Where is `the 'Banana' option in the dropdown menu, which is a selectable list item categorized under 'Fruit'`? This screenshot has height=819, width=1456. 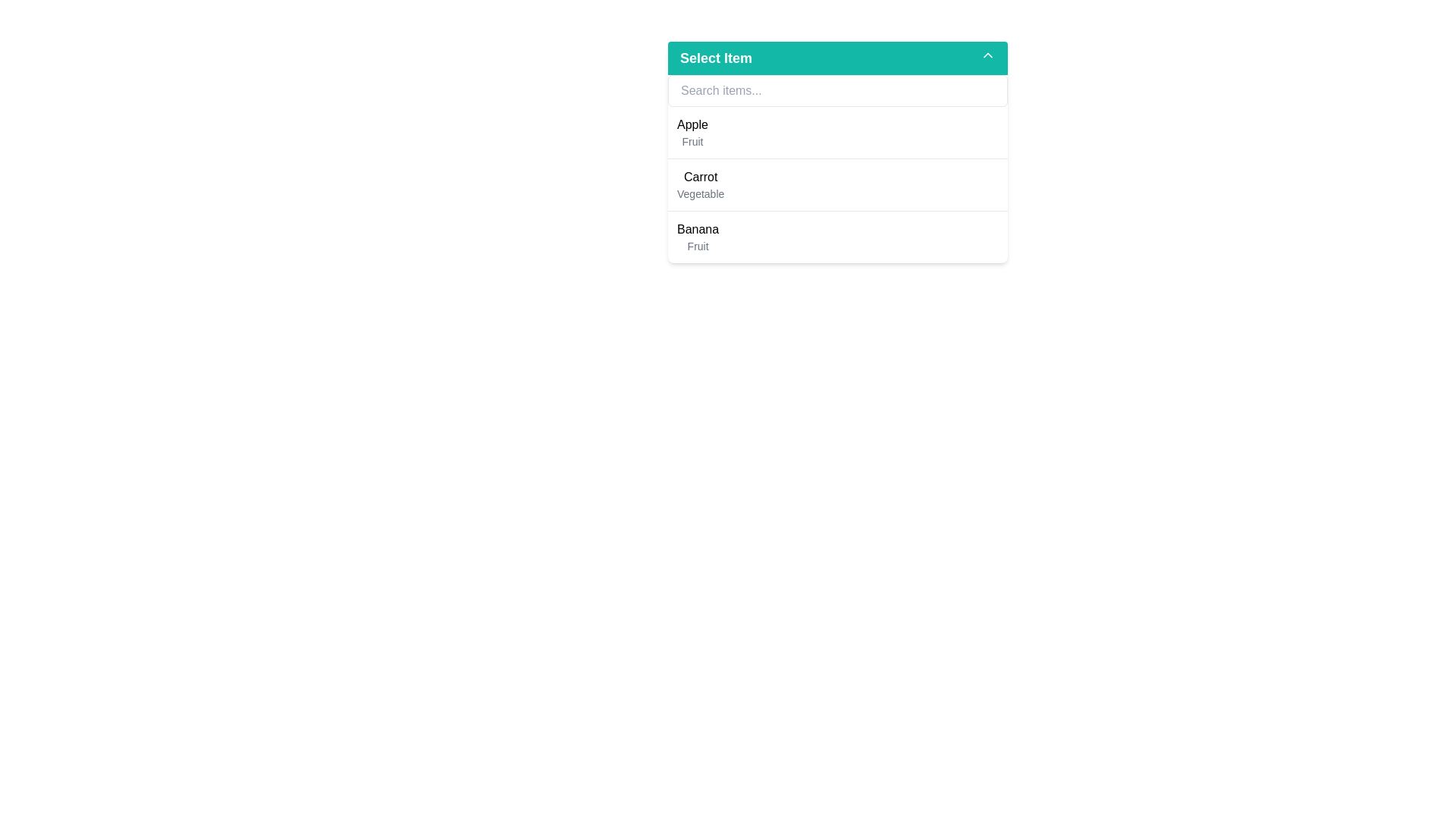
the 'Banana' option in the dropdown menu, which is a selectable list item categorized under 'Fruit' is located at coordinates (697, 237).